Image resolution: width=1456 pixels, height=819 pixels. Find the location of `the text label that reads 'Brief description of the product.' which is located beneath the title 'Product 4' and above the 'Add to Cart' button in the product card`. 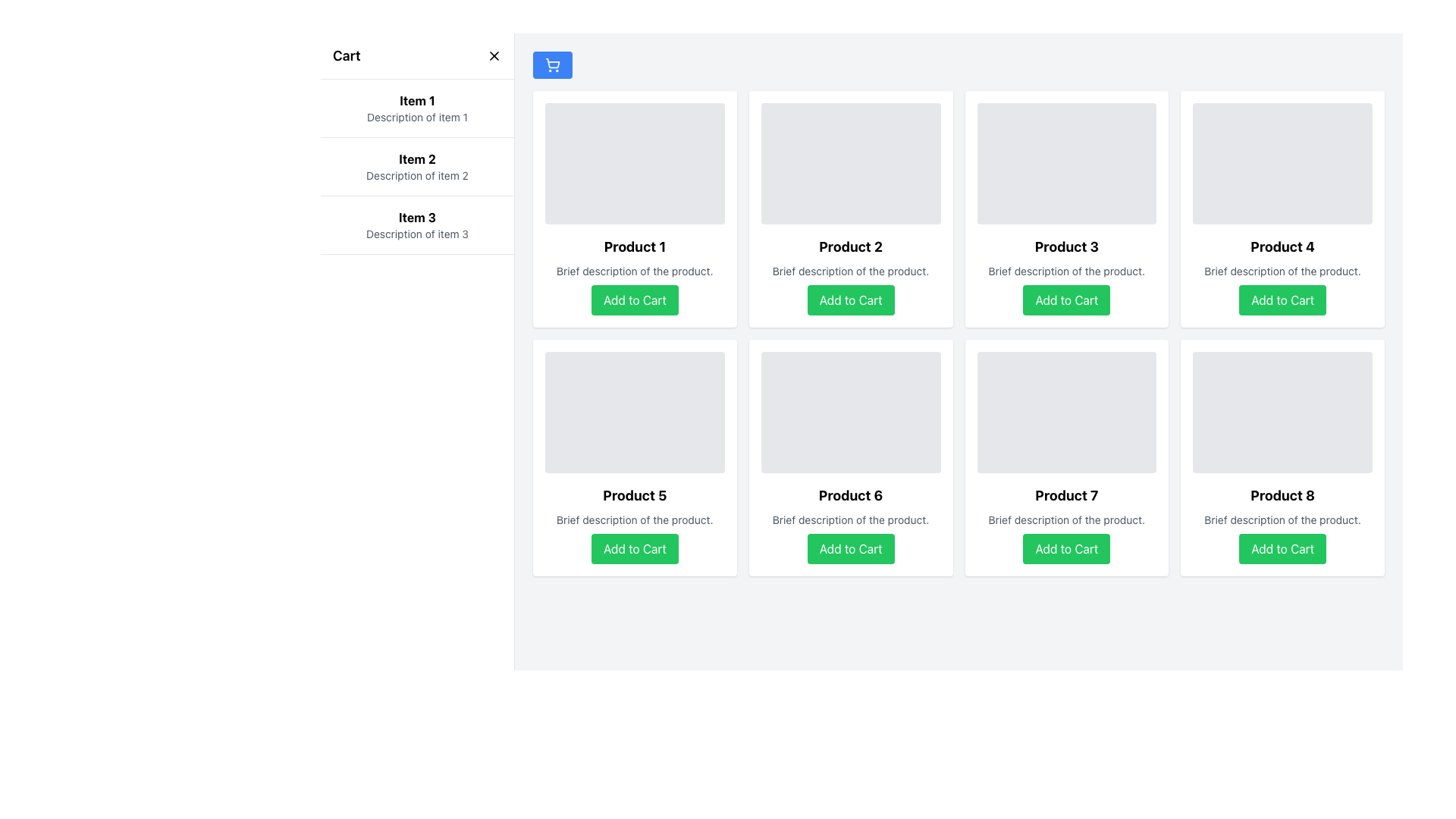

the text label that reads 'Brief description of the product.' which is located beneath the title 'Product 4' and above the 'Add to Cart' button in the product card is located at coordinates (1282, 271).